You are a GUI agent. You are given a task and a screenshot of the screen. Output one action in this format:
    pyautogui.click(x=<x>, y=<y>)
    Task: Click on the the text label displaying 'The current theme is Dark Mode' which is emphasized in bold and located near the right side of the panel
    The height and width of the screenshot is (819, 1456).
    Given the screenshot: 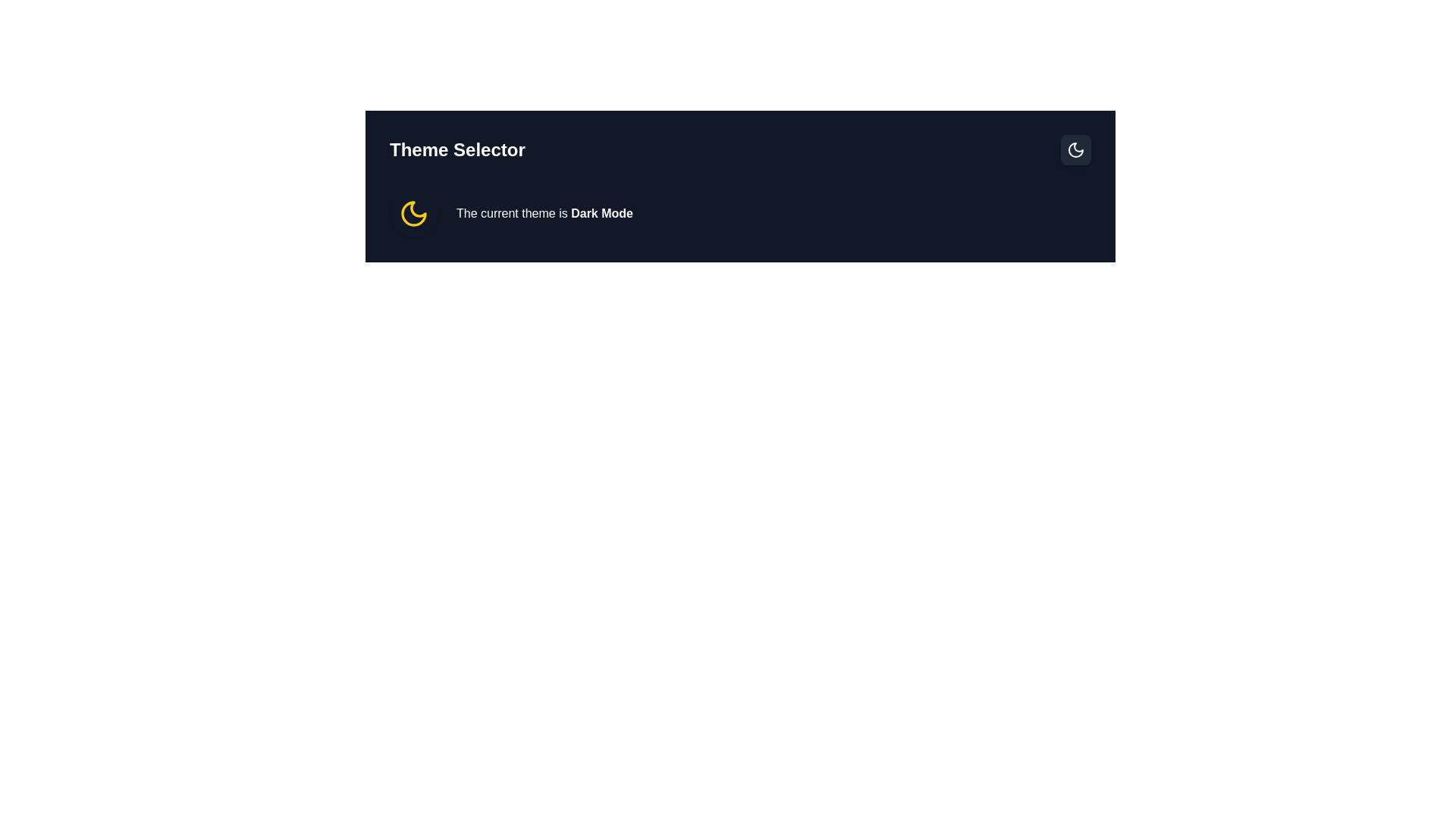 What is the action you would take?
    pyautogui.click(x=544, y=213)
    